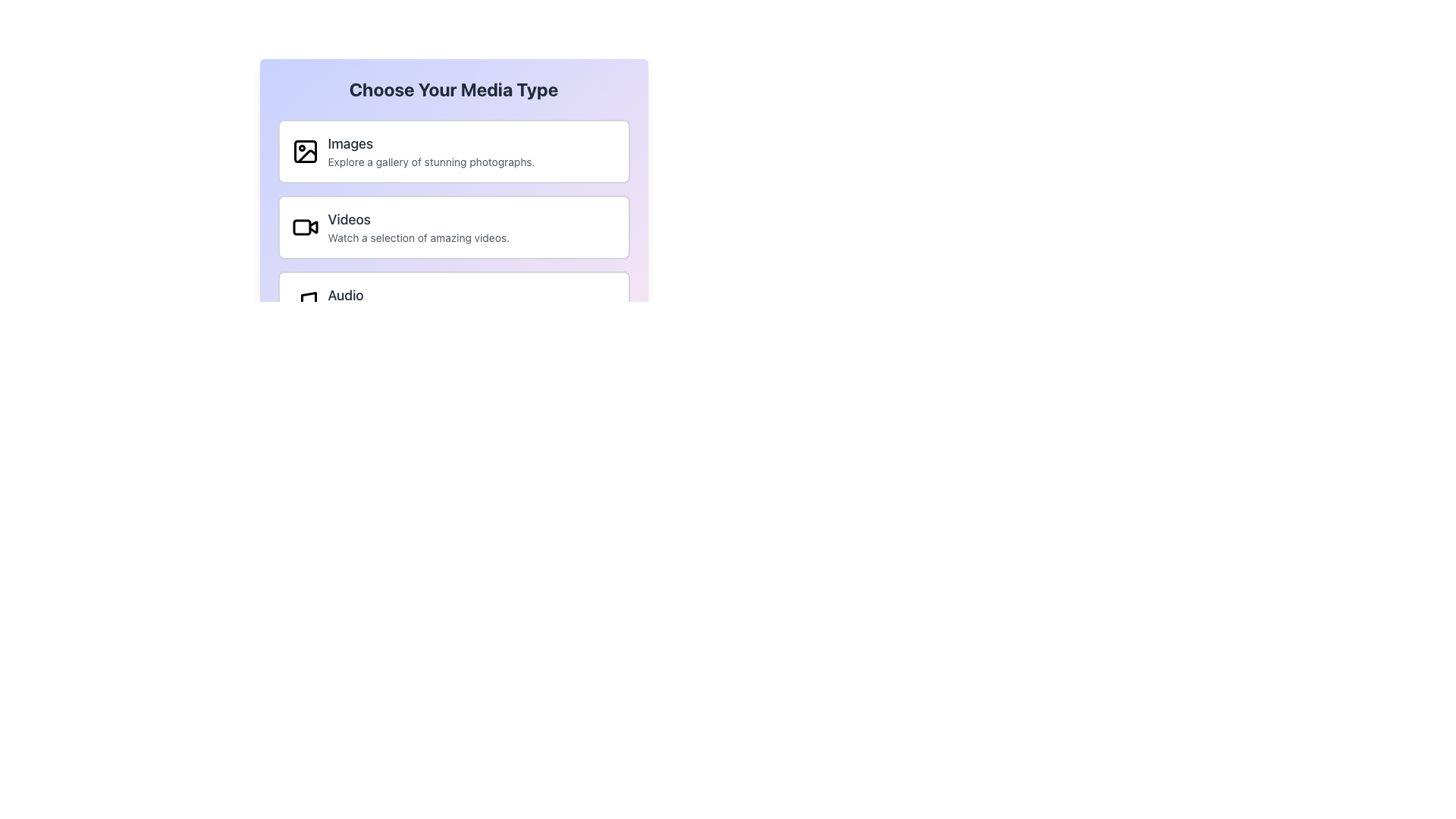 The height and width of the screenshot is (819, 1456). Describe the element at coordinates (304, 152) in the screenshot. I see `the small square icon depicting an image frame with a circular sun or moon shape` at that location.